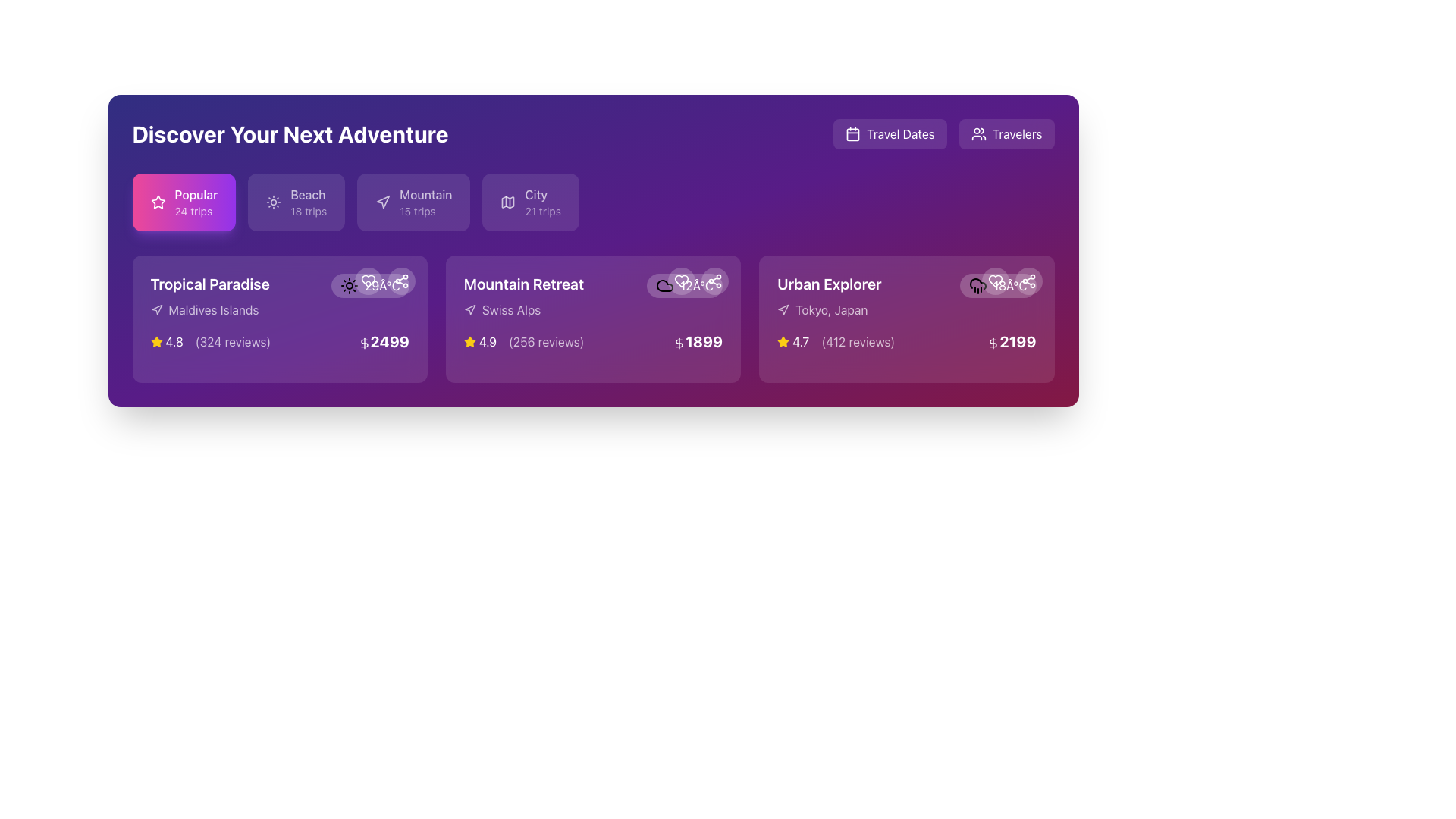 The width and height of the screenshot is (1456, 819). What do you see at coordinates (800, 342) in the screenshot?
I see `the static text label displaying the numerical rating '4.7' located in the card titled 'Urban Explorer' under the subtitle 'Tokyo, Japan'` at bounding box center [800, 342].